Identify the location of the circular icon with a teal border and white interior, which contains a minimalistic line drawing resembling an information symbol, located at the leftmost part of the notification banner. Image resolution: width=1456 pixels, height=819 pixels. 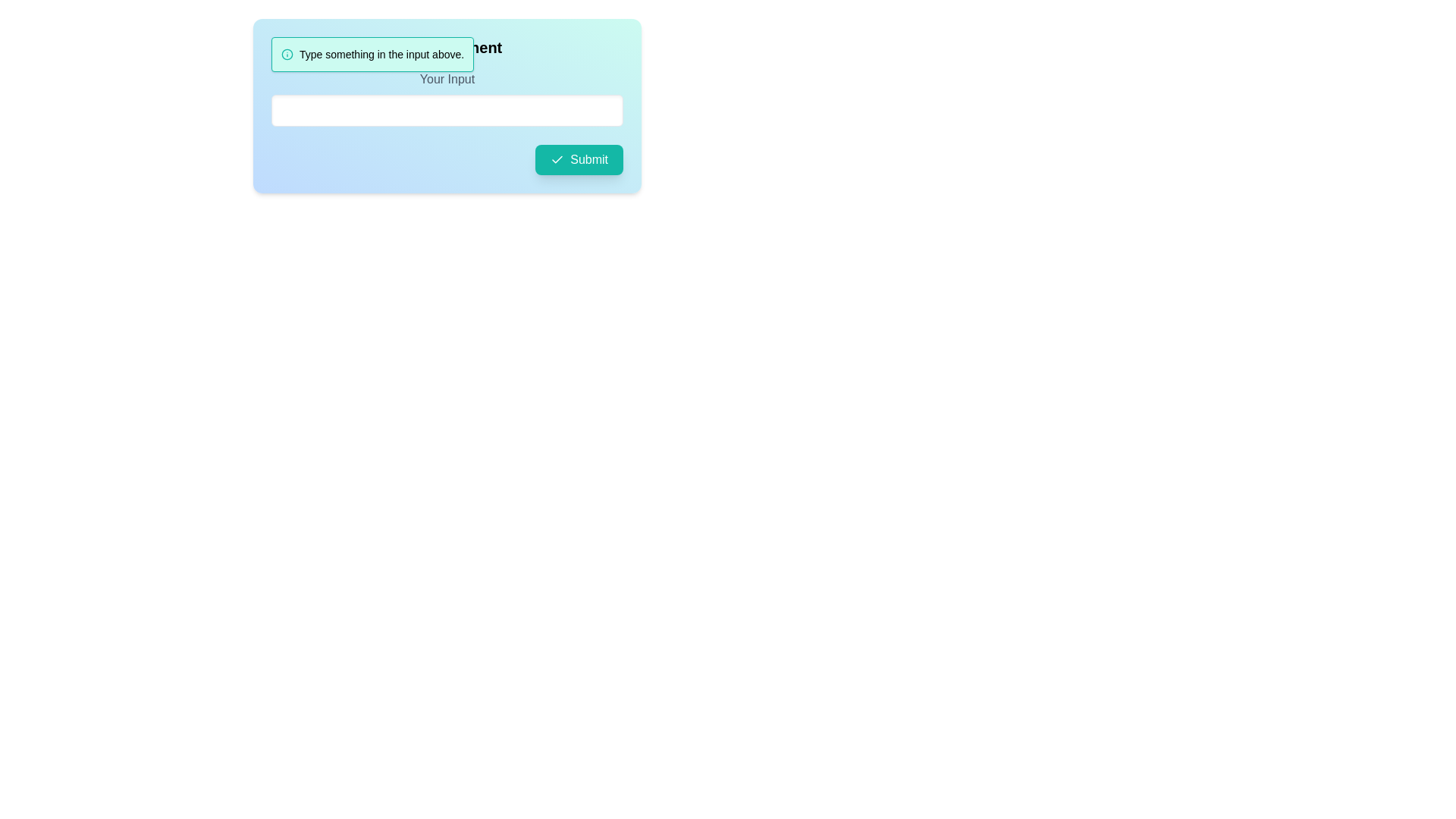
(287, 54).